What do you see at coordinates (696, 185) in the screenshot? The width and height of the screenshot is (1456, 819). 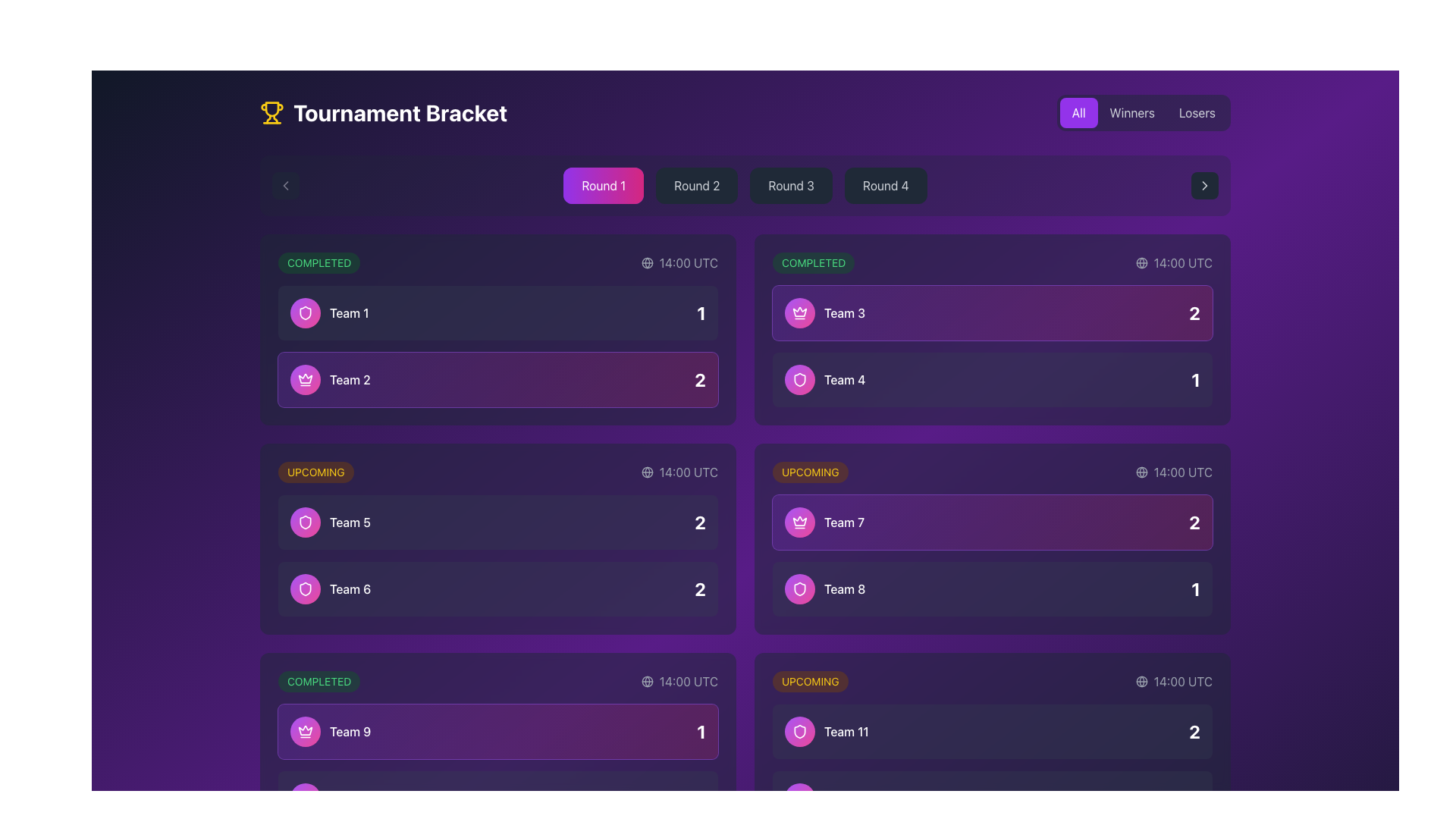 I see `the static text 'Round 2' in the second navigation button of a row of four buttons in the navigation bar` at bounding box center [696, 185].